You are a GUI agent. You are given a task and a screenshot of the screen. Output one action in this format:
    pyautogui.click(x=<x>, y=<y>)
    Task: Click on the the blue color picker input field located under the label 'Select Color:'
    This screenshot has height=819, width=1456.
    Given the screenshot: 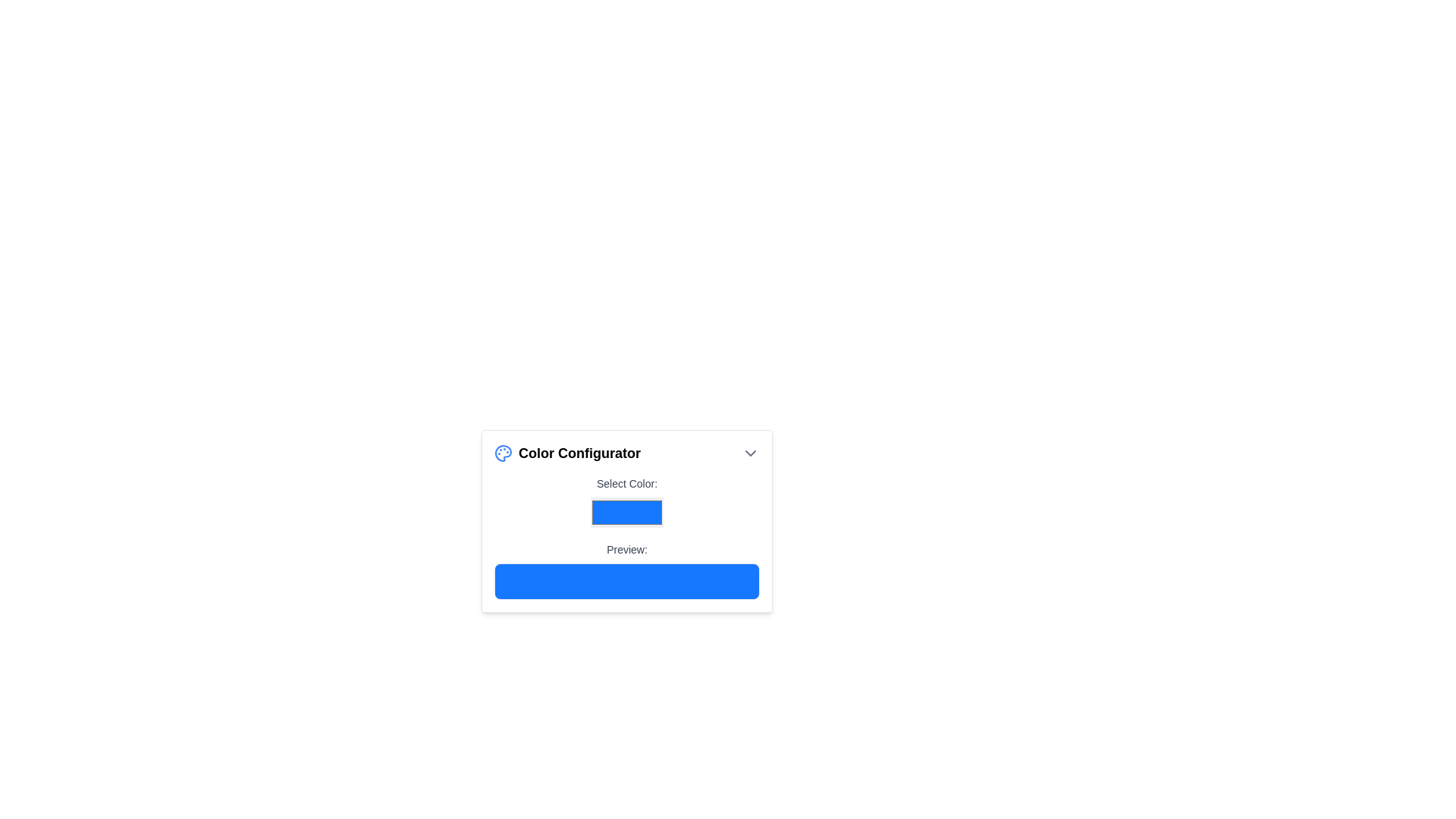 What is the action you would take?
    pyautogui.click(x=626, y=503)
    